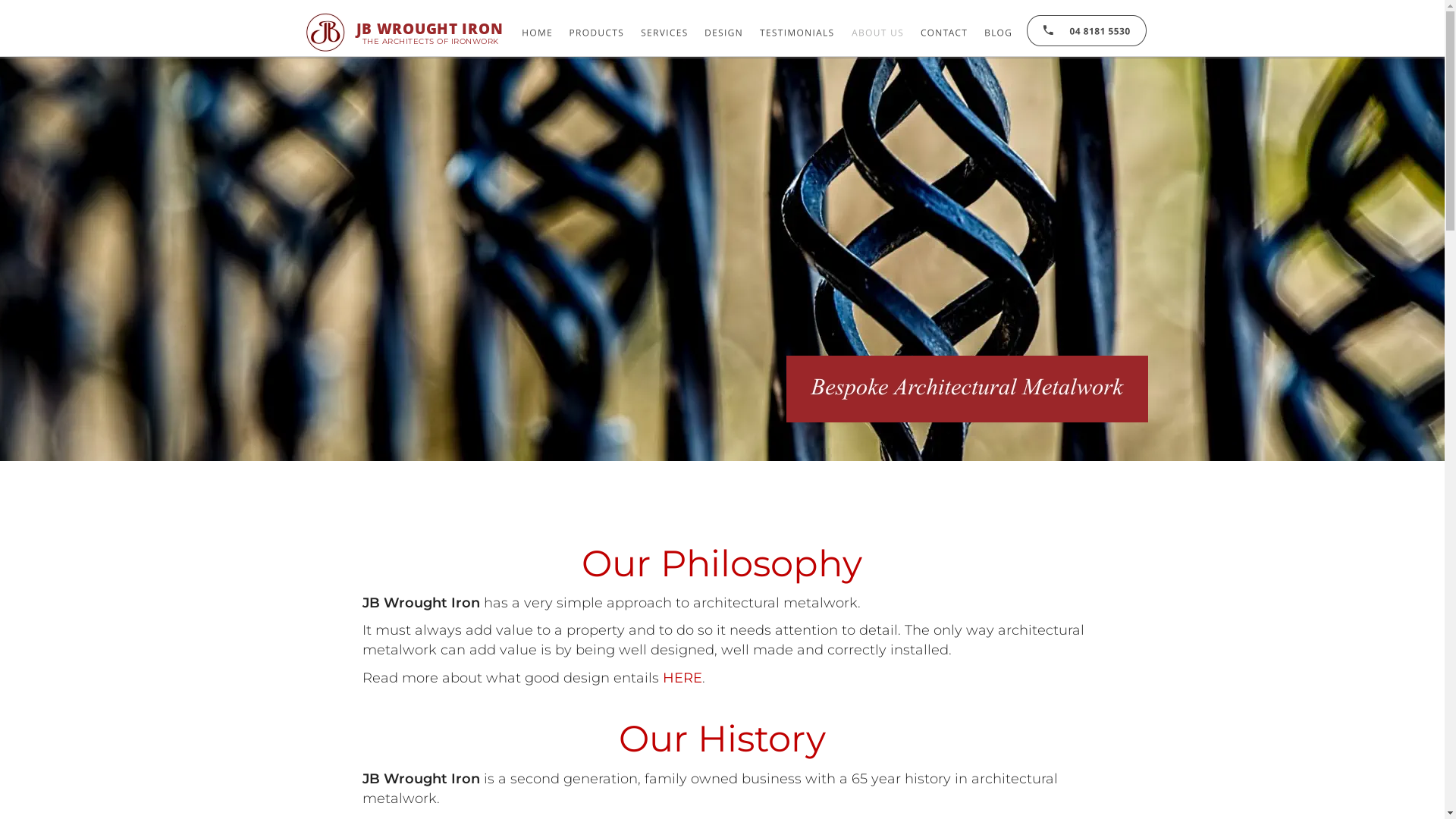 This screenshot has height=819, width=1456. I want to click on 'JB WROUGHT IRON', so click(428, 29).